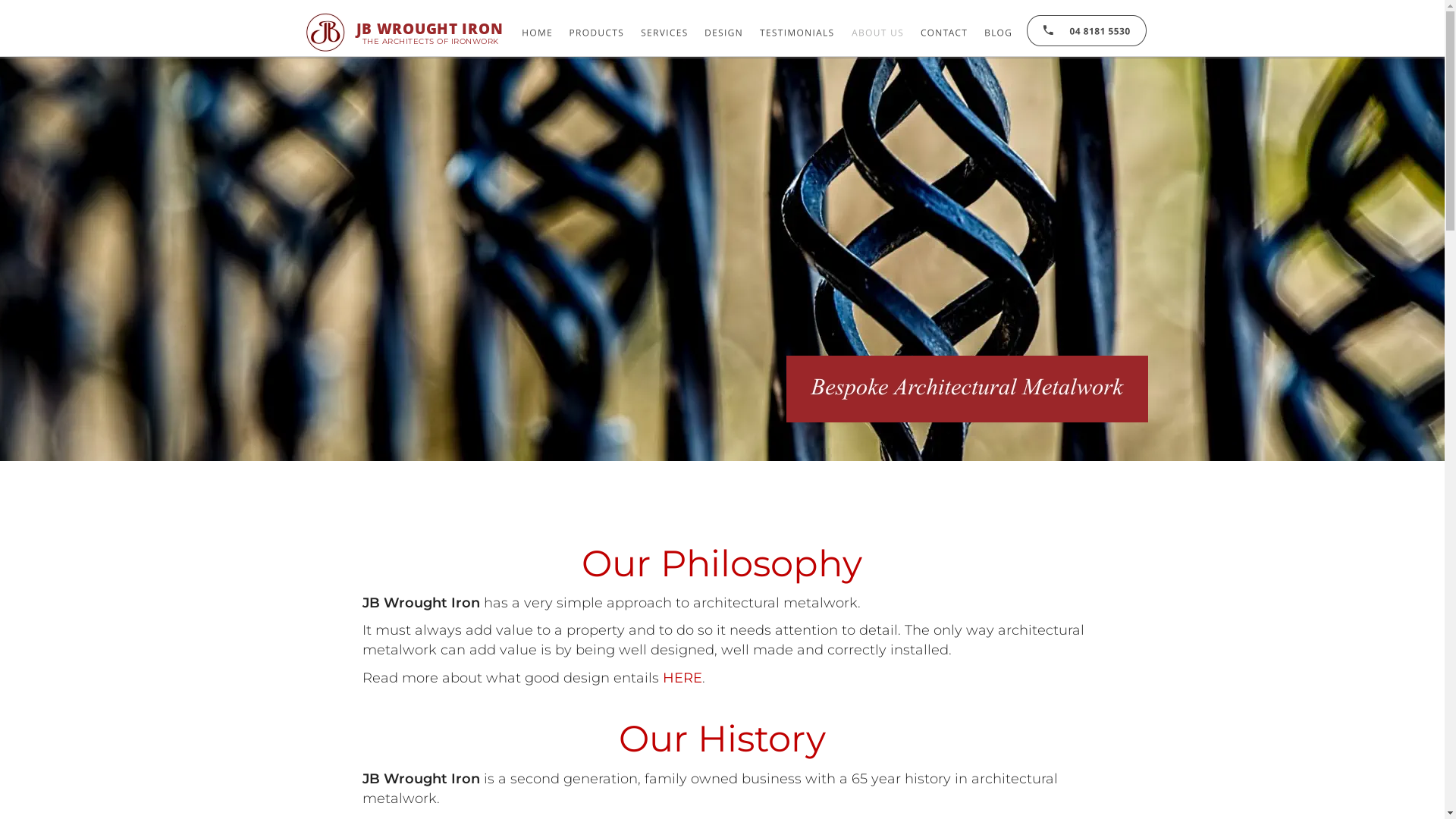 This screenshot has height=819, width=1456. I want to click on 'JB WROUGHT IRON', so click(428, 29).